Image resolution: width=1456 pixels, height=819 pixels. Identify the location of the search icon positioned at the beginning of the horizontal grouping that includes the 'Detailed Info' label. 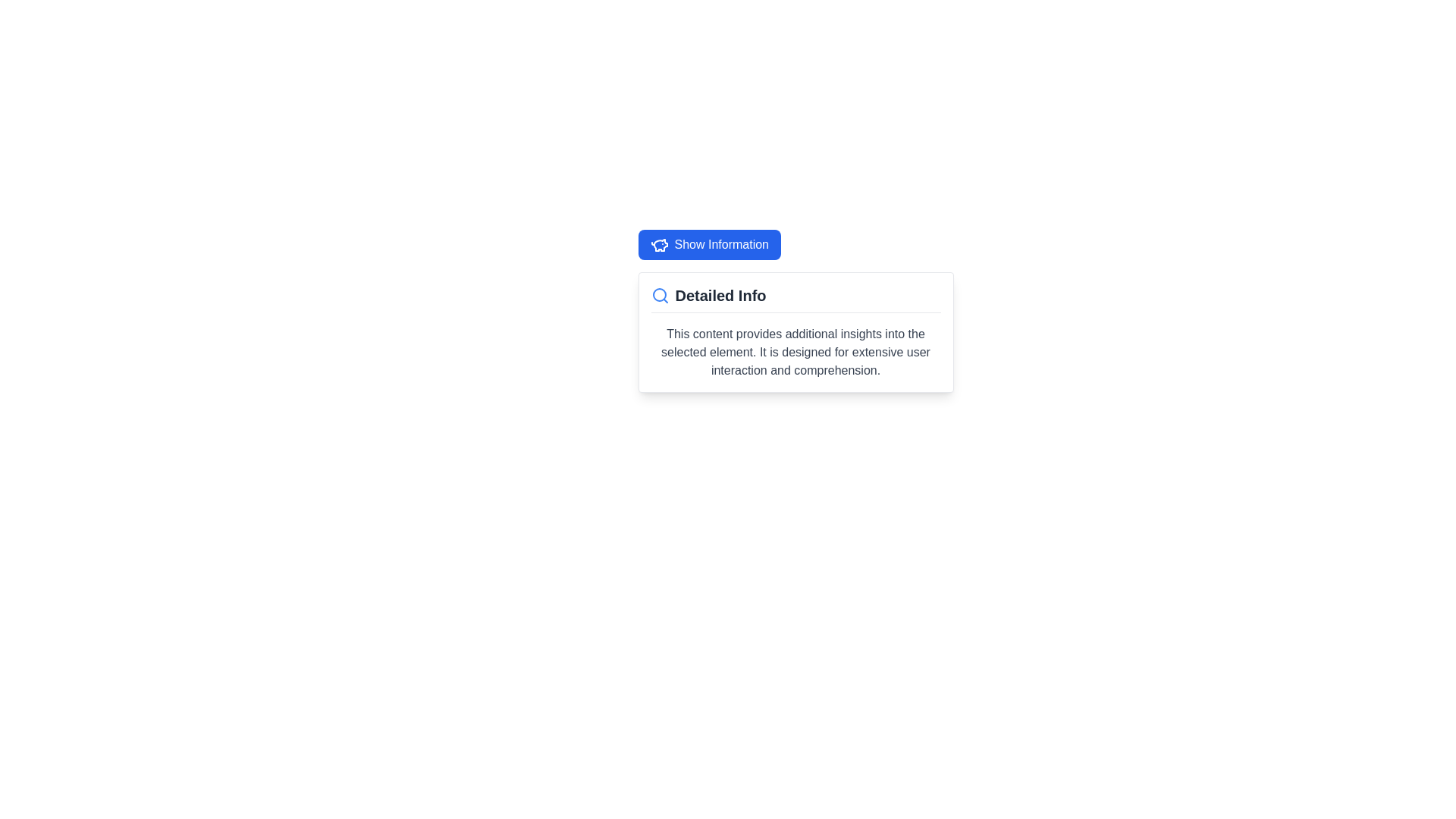
(660, 295).